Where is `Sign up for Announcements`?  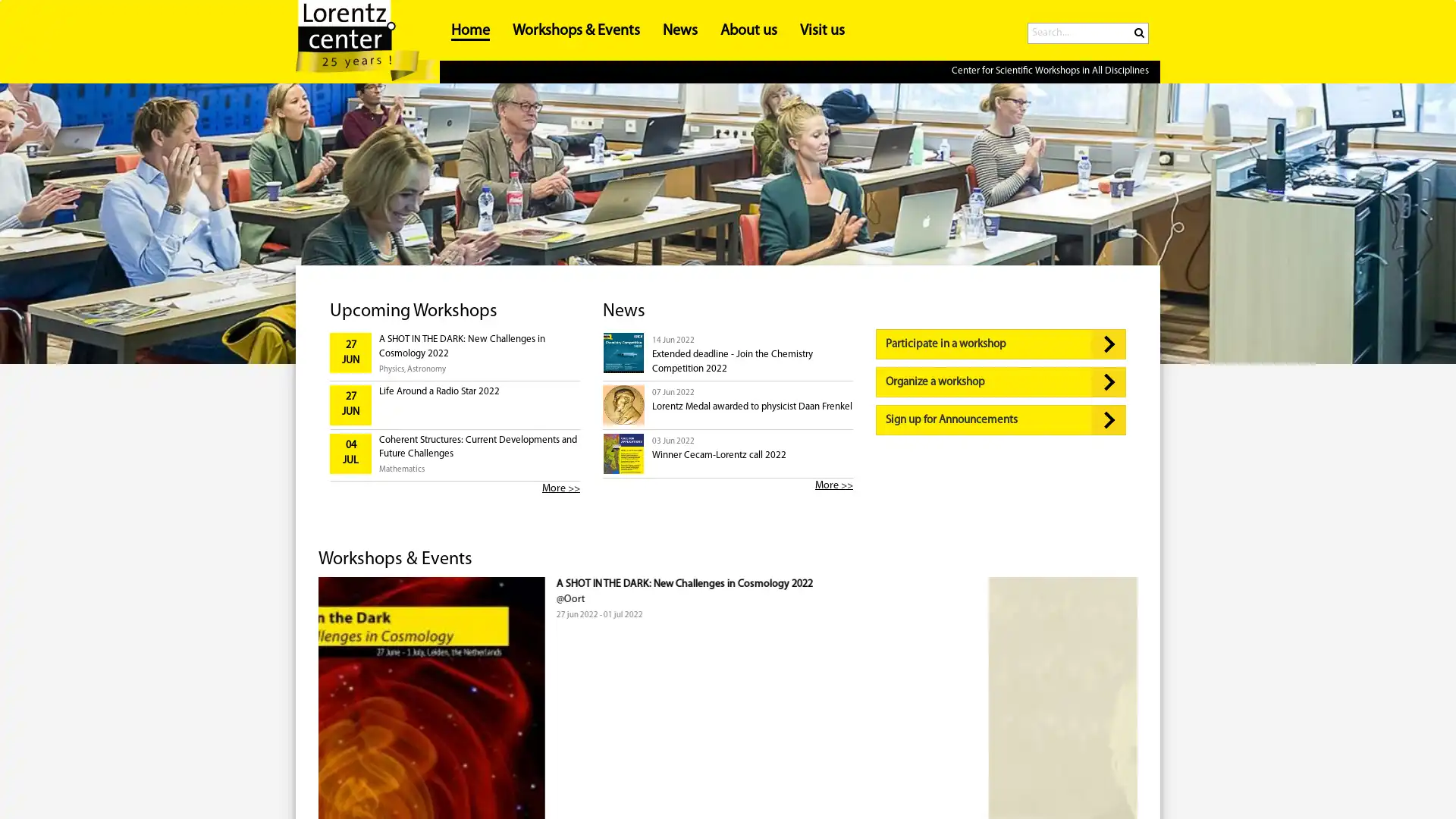
Sign up for Announcements is located at coordinates (1001, 420).